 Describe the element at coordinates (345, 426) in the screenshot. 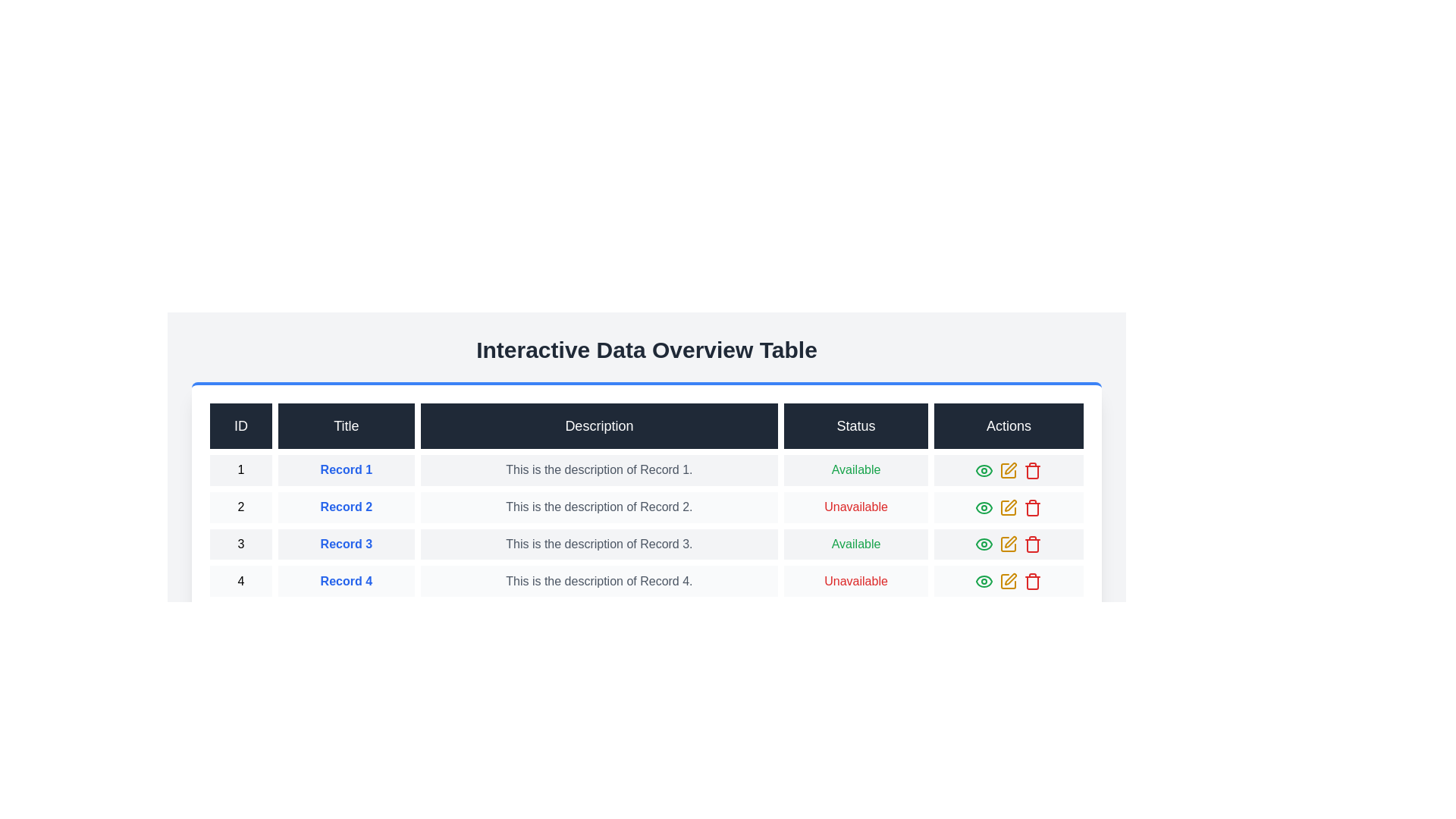

I see `the column header Title to sort the table by that column` at that location.